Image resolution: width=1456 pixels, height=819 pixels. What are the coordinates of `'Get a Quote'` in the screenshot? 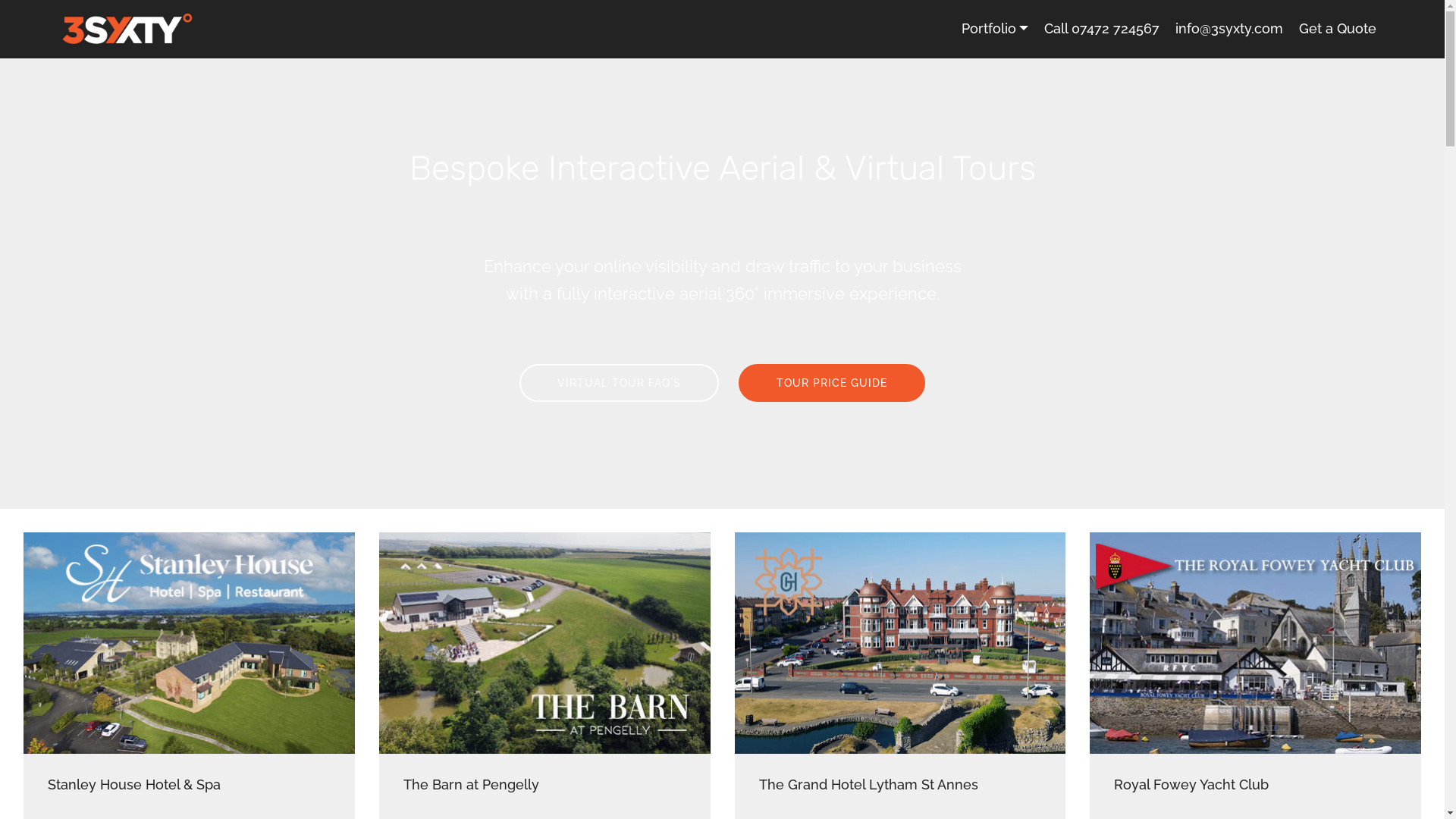 It's located at (1337, 29).